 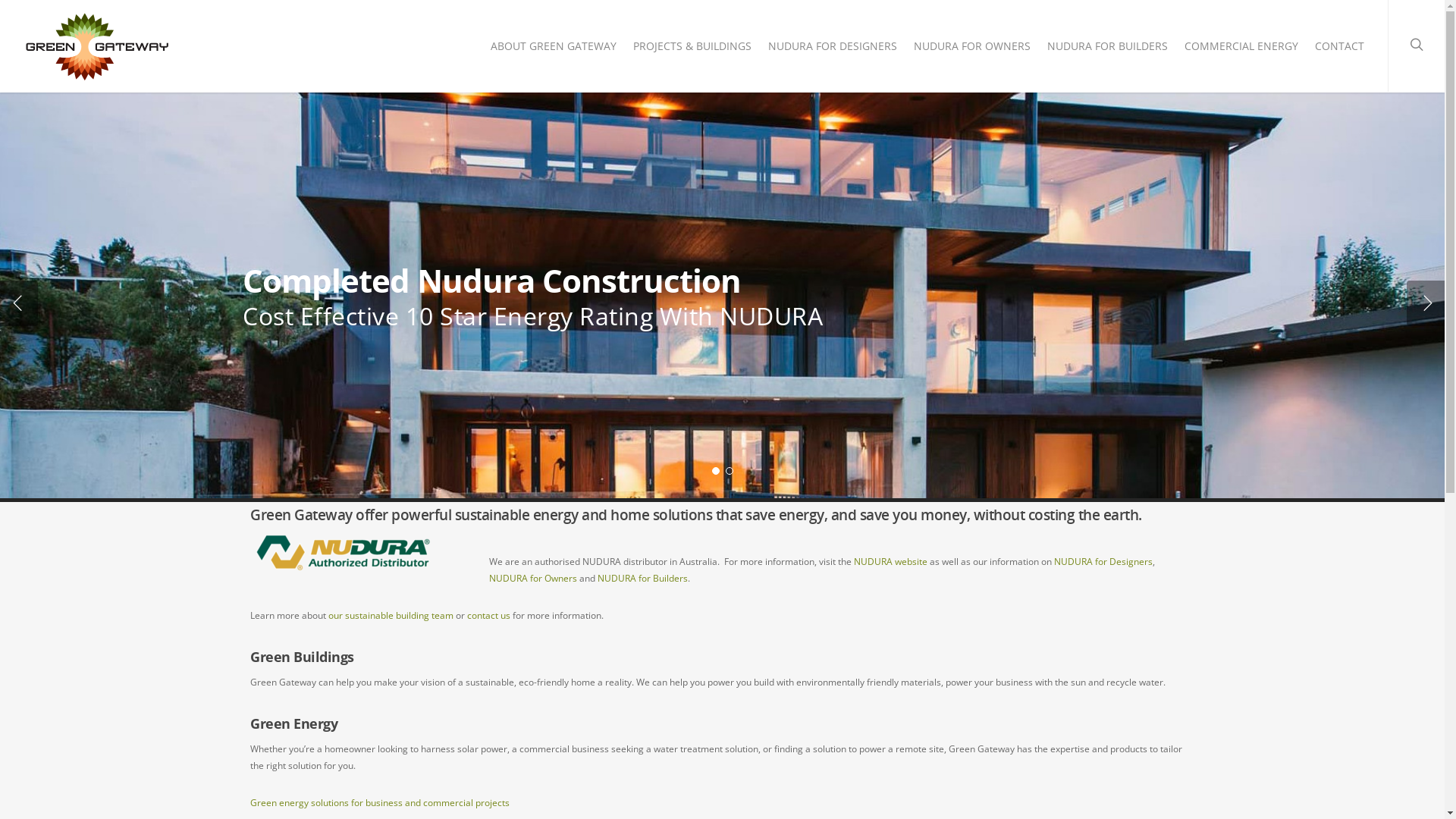 What do you see at coordinates (691, 49) in the screenshot?
I see `'PROJECTS & BUILDINGS'` at bounding box center [691, 49].